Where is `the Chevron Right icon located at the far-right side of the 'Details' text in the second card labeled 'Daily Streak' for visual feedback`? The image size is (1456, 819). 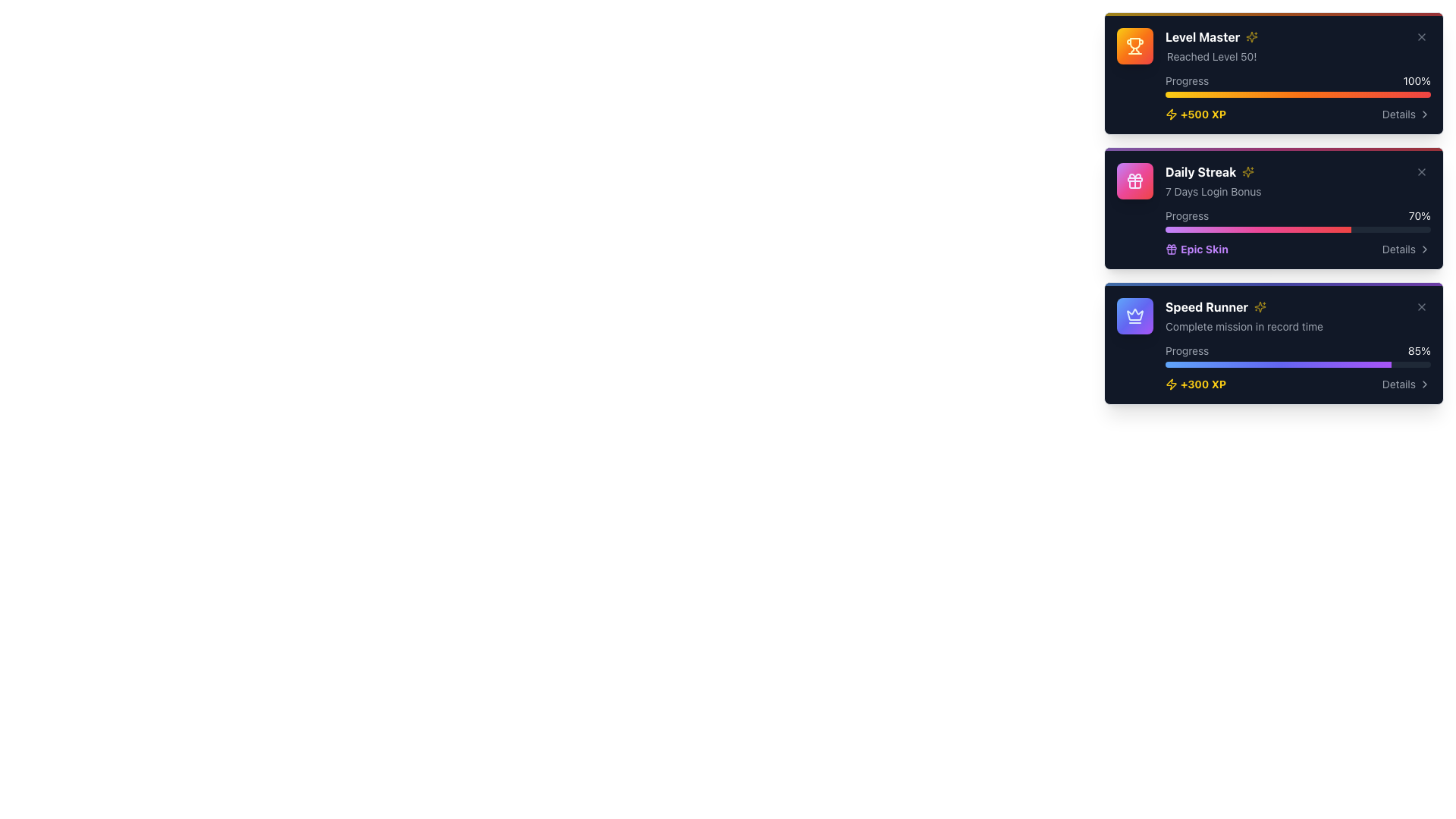
the Chevron Right icon located at the far-right side of the 'Details' text in the second card labeled 'Daily Streak' for visual feedback is located at coordinates (1423, 248).